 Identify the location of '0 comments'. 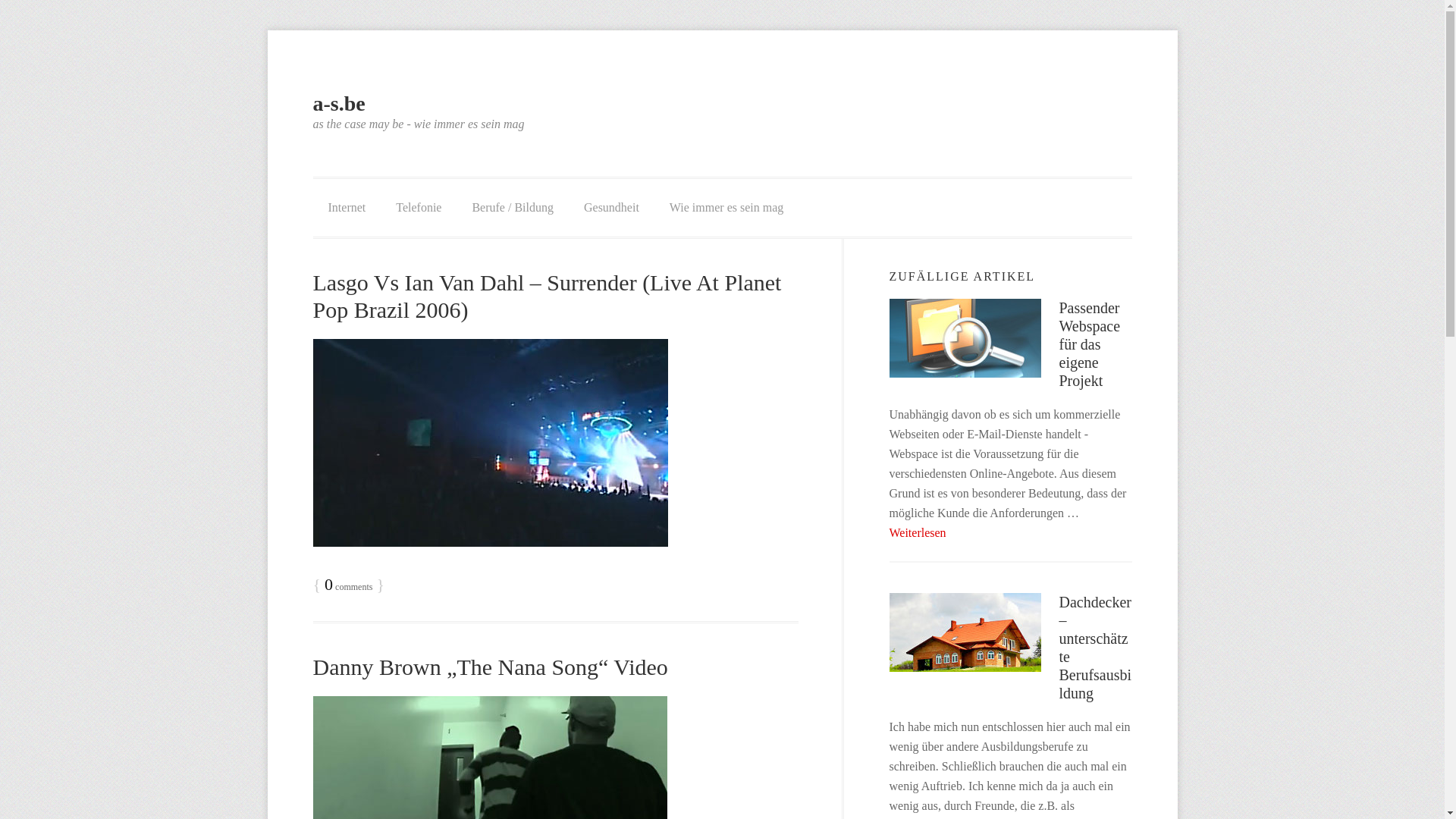
(347, 586).